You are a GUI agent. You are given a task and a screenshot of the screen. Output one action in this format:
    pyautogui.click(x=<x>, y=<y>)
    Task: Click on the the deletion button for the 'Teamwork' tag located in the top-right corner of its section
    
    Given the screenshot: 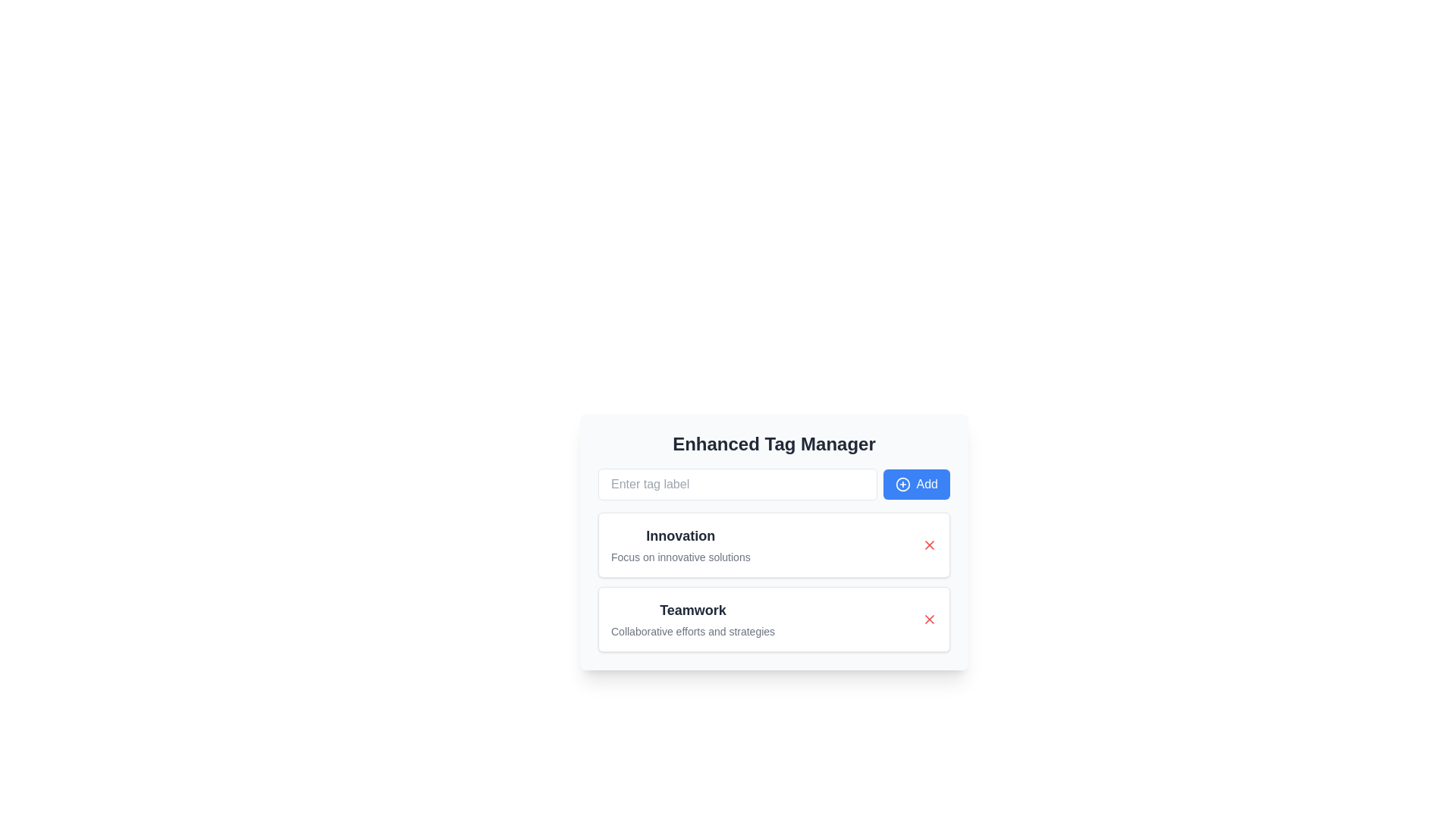 What is the action you would take?
    pyautogui.click(x=928, y=620)
    